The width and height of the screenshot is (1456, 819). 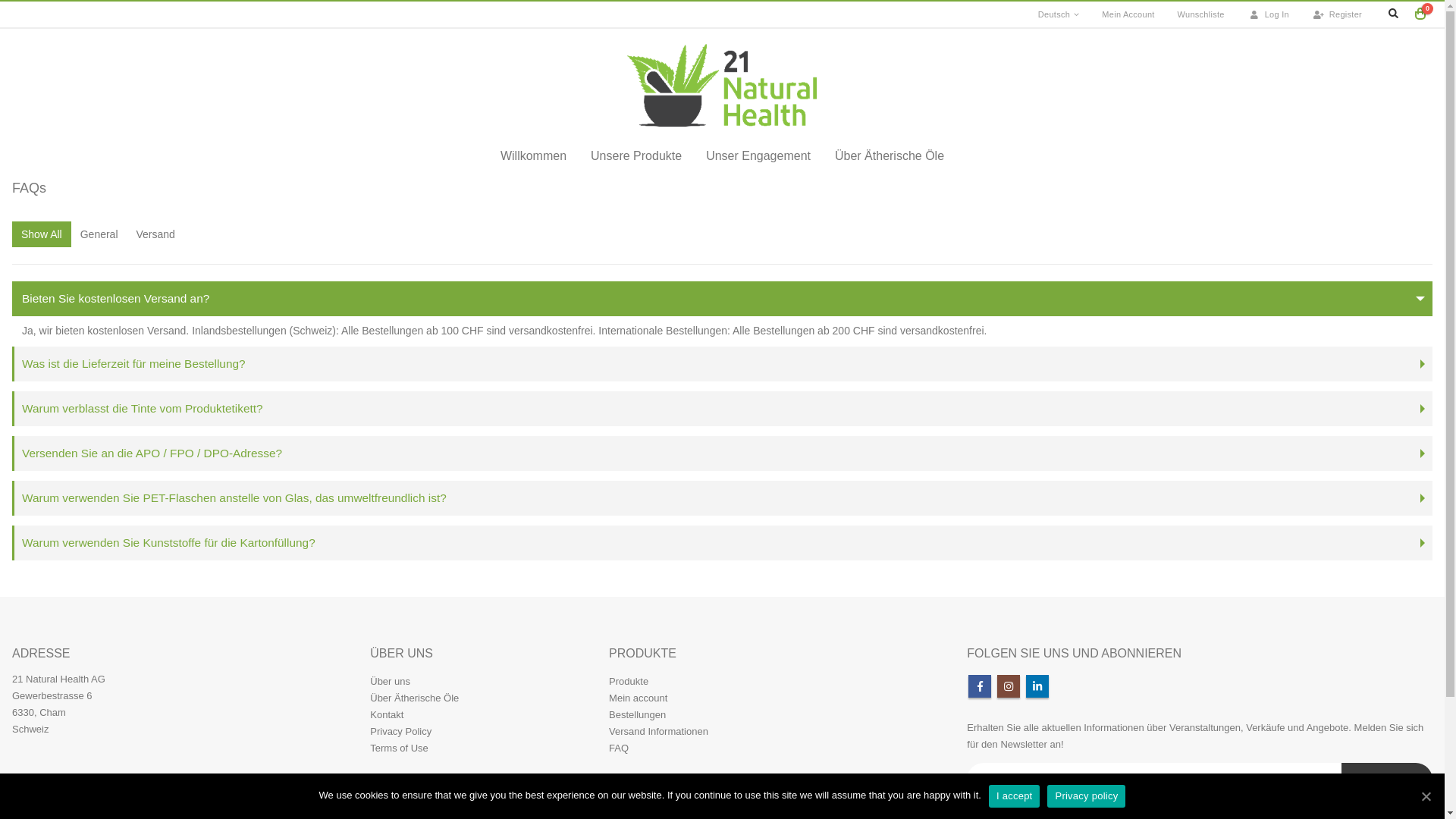 I want to click on 'Wunschliste', so click(x=1200, y=14).